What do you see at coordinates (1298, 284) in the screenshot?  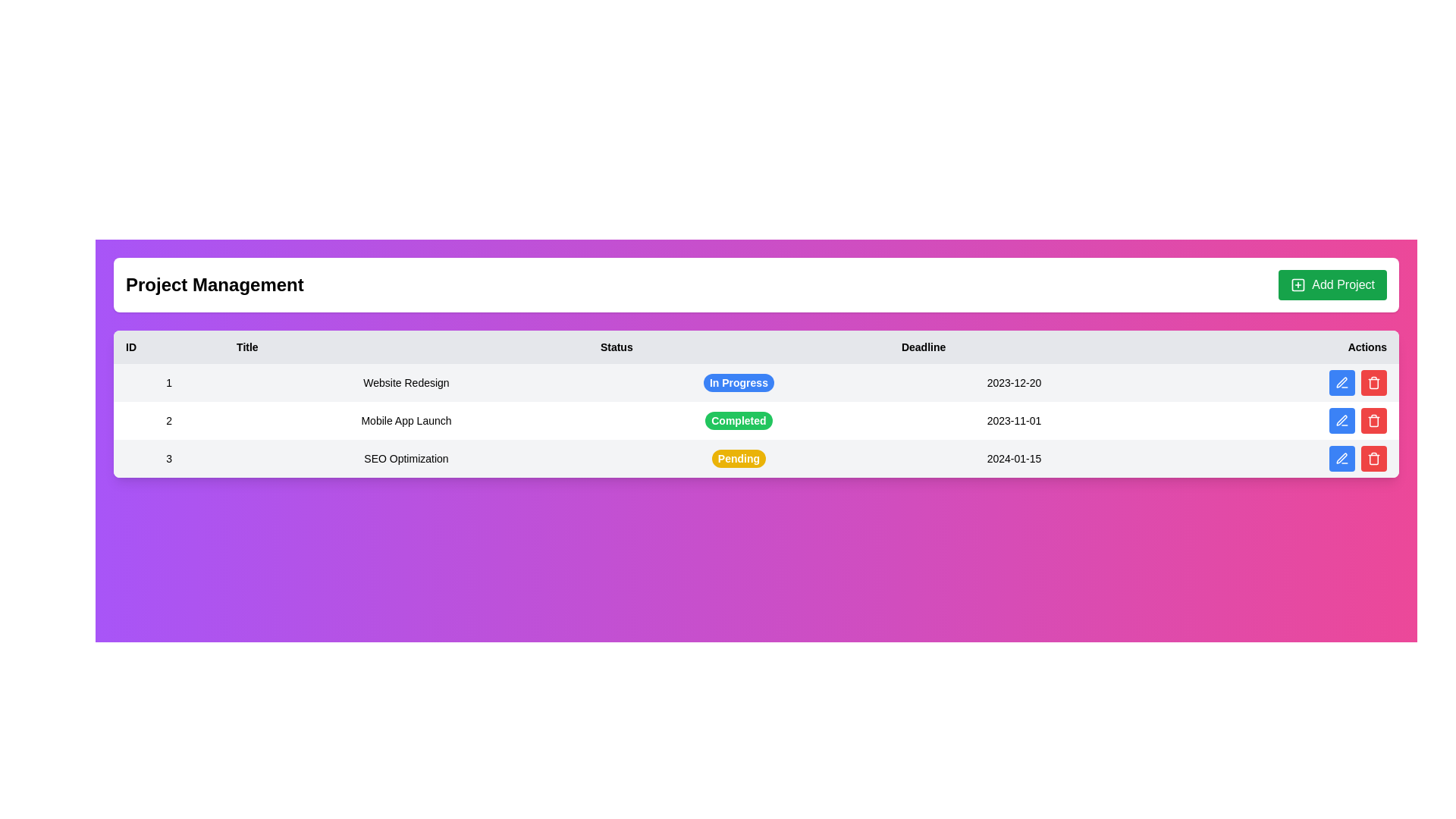 I see `the 'Add Project' button, which contains the icon indicating the action to create a new project, located at the top-right corner of the interface` at bounding box center [1298, 284].